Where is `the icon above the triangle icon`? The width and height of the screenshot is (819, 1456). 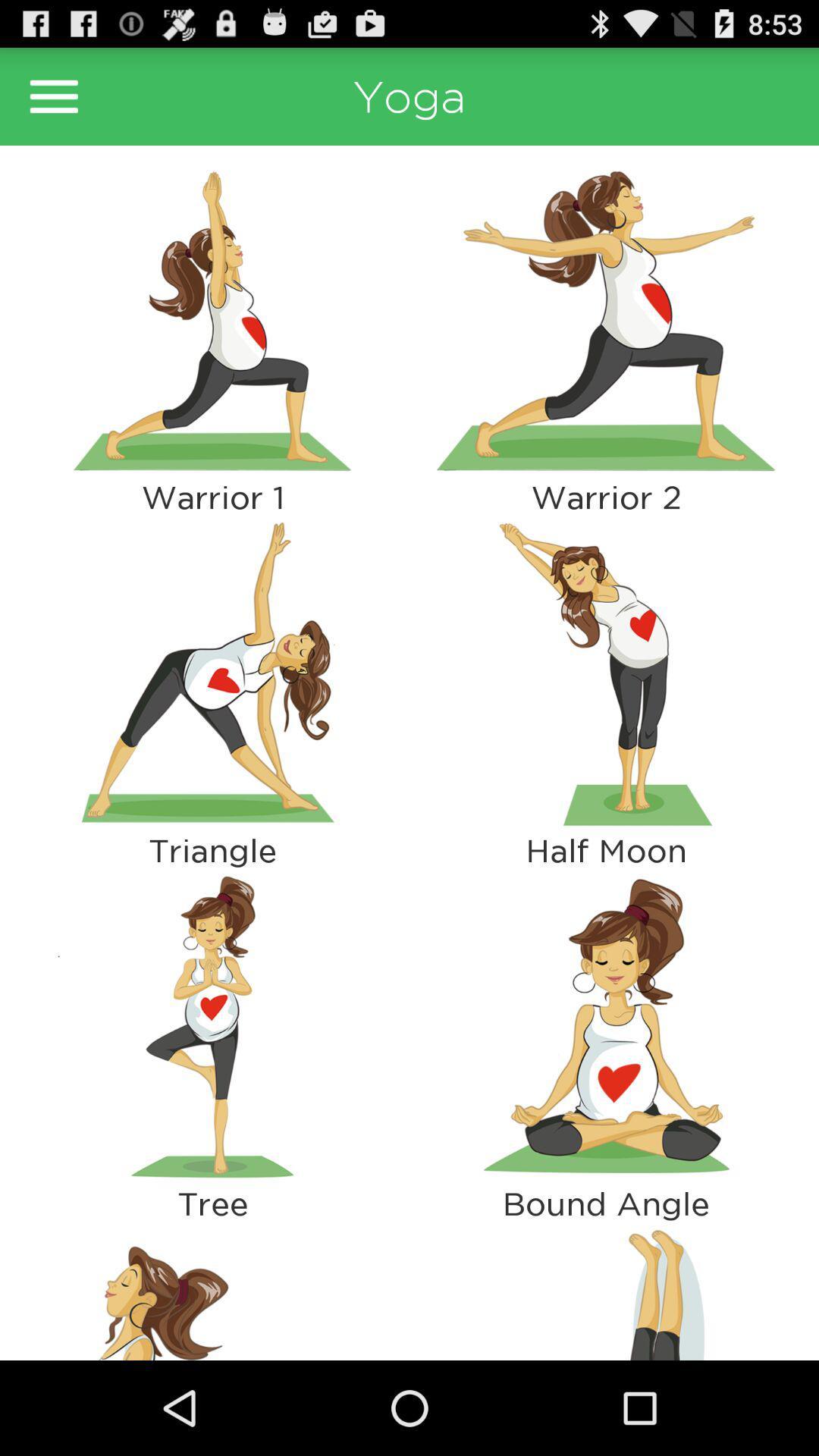 the icon above the triangle icon is located at coordinates (212, 673).